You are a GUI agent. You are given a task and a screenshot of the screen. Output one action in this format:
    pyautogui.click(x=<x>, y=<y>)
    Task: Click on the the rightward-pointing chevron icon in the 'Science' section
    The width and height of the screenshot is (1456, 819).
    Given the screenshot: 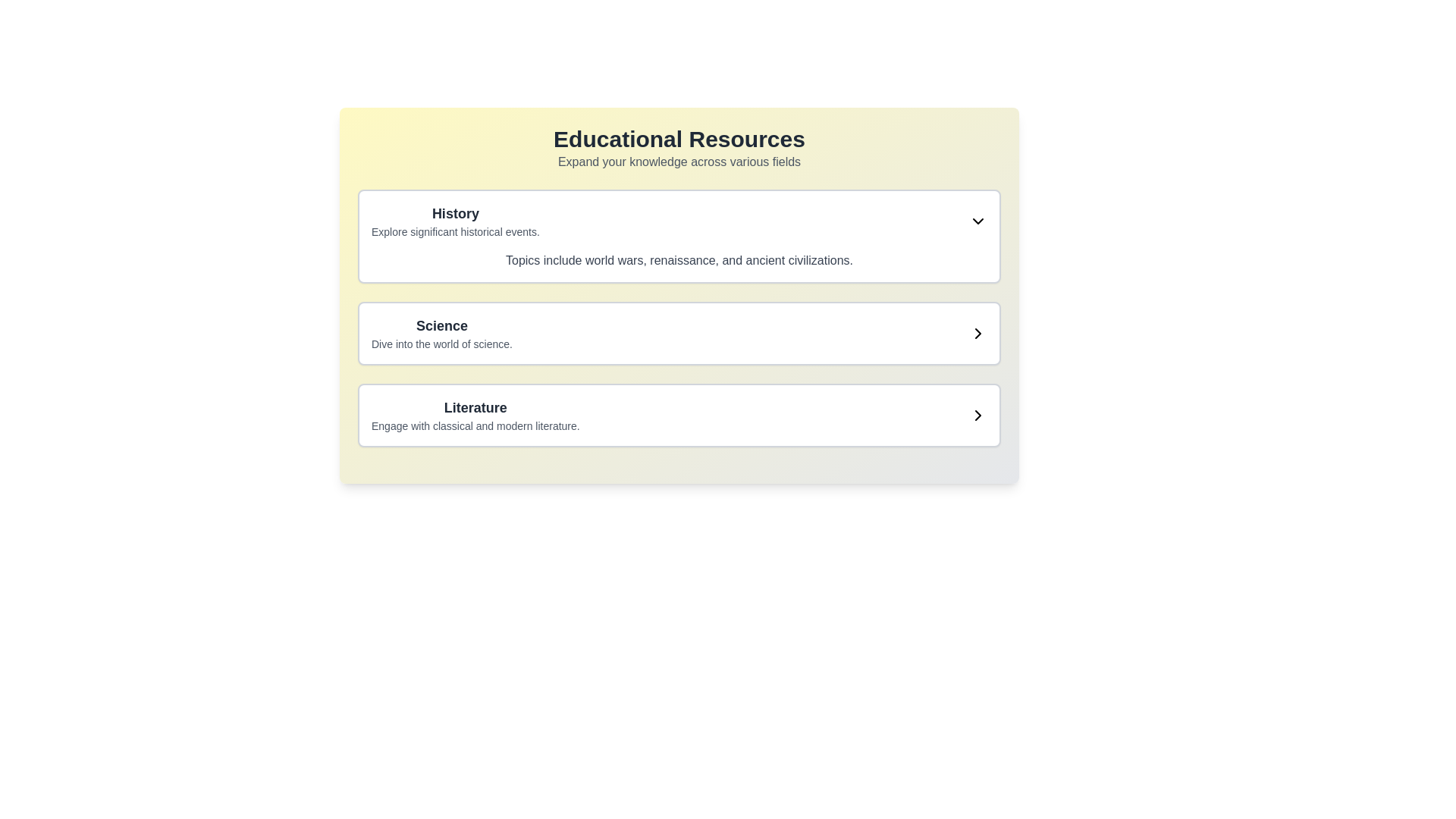 What is the action you would take?
    pyautogui.click(x=978, y=332)
    